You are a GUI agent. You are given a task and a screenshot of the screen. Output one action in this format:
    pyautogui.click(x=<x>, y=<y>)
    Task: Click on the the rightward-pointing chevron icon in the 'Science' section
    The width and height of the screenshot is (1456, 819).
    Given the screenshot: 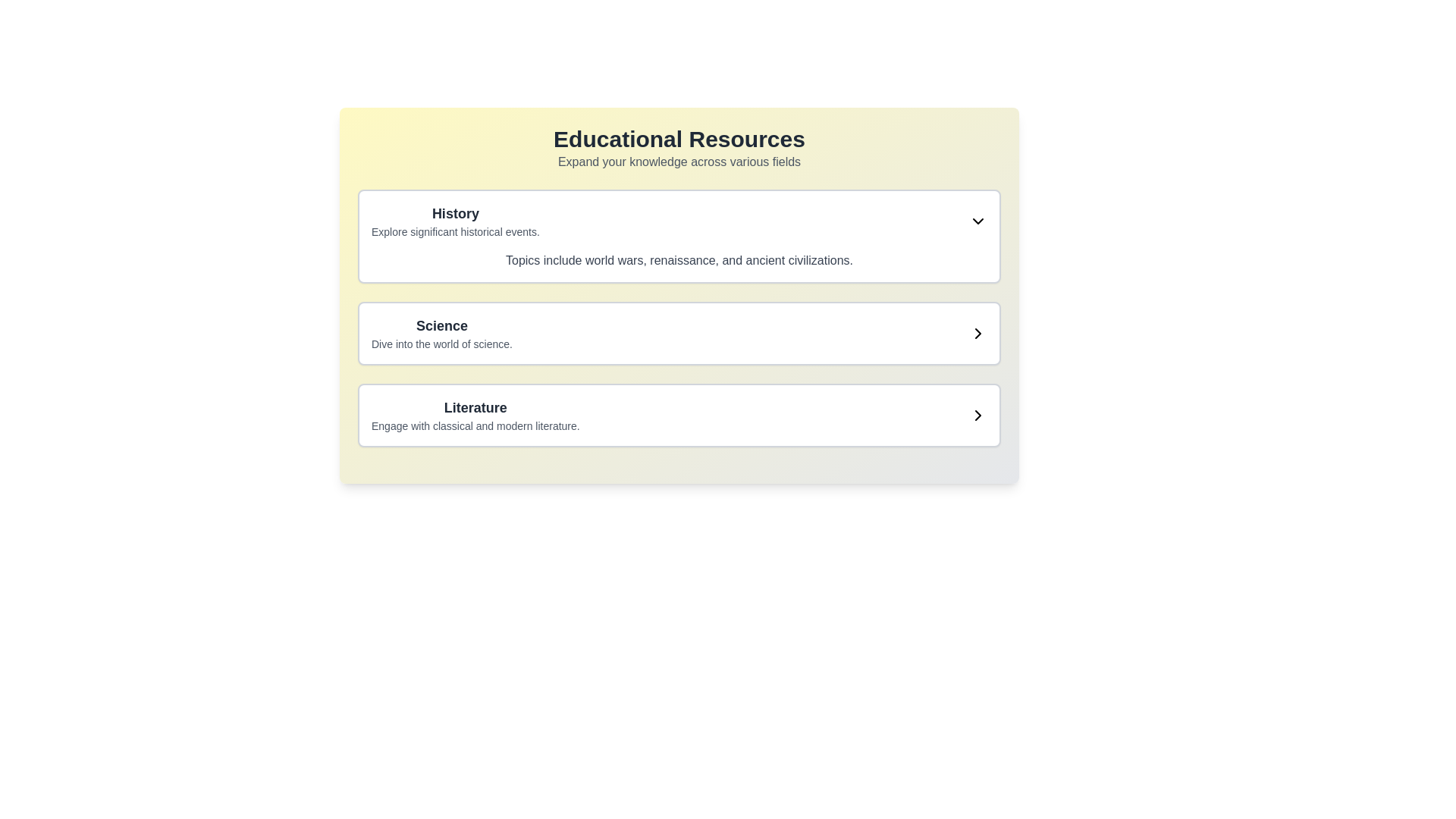 What is the action you would take?
    pyautogui.click(x=978, y=332)
    